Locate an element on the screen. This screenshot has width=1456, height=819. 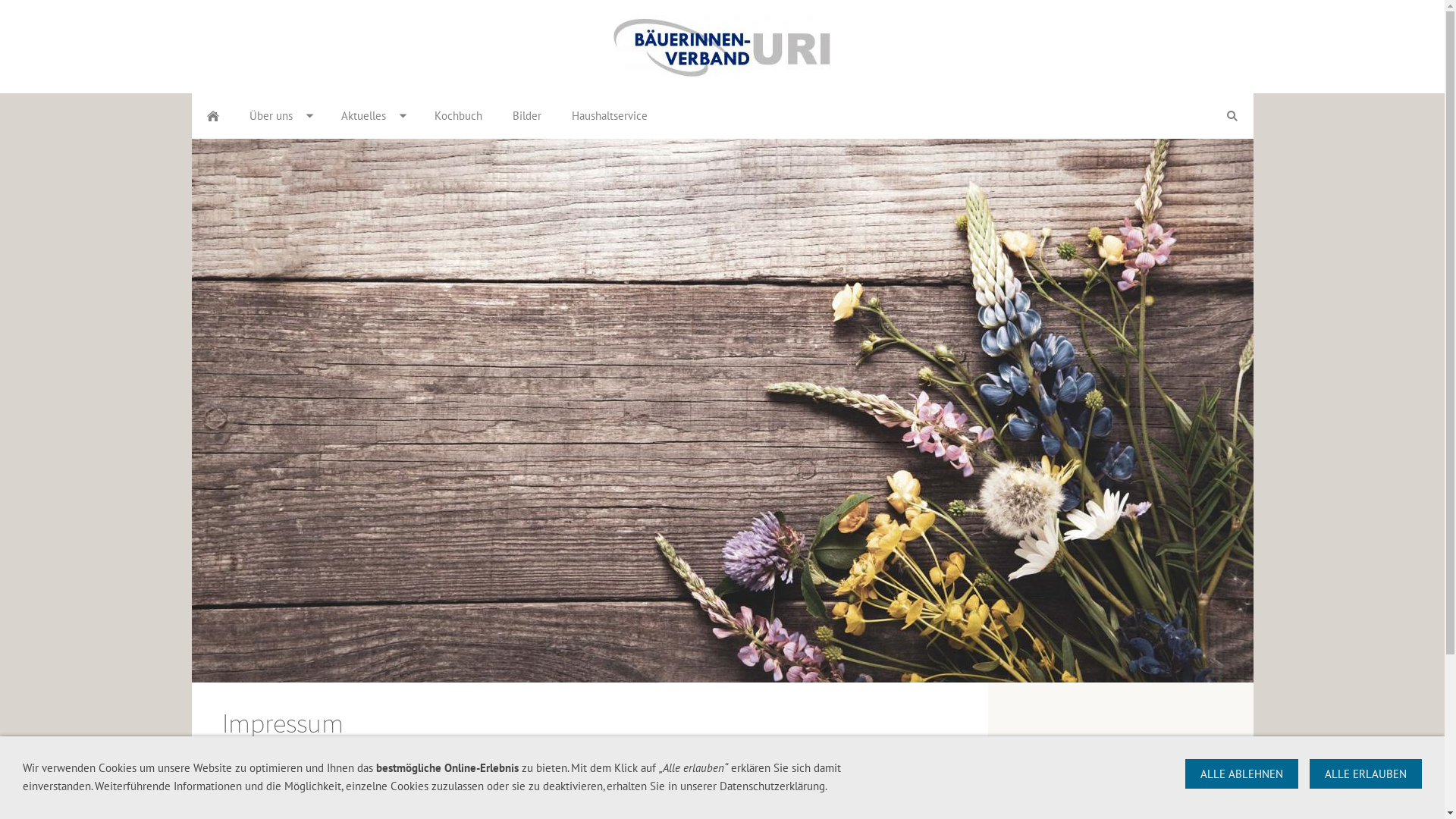
'Haushaltservice' is located at coordinates (609, 115).